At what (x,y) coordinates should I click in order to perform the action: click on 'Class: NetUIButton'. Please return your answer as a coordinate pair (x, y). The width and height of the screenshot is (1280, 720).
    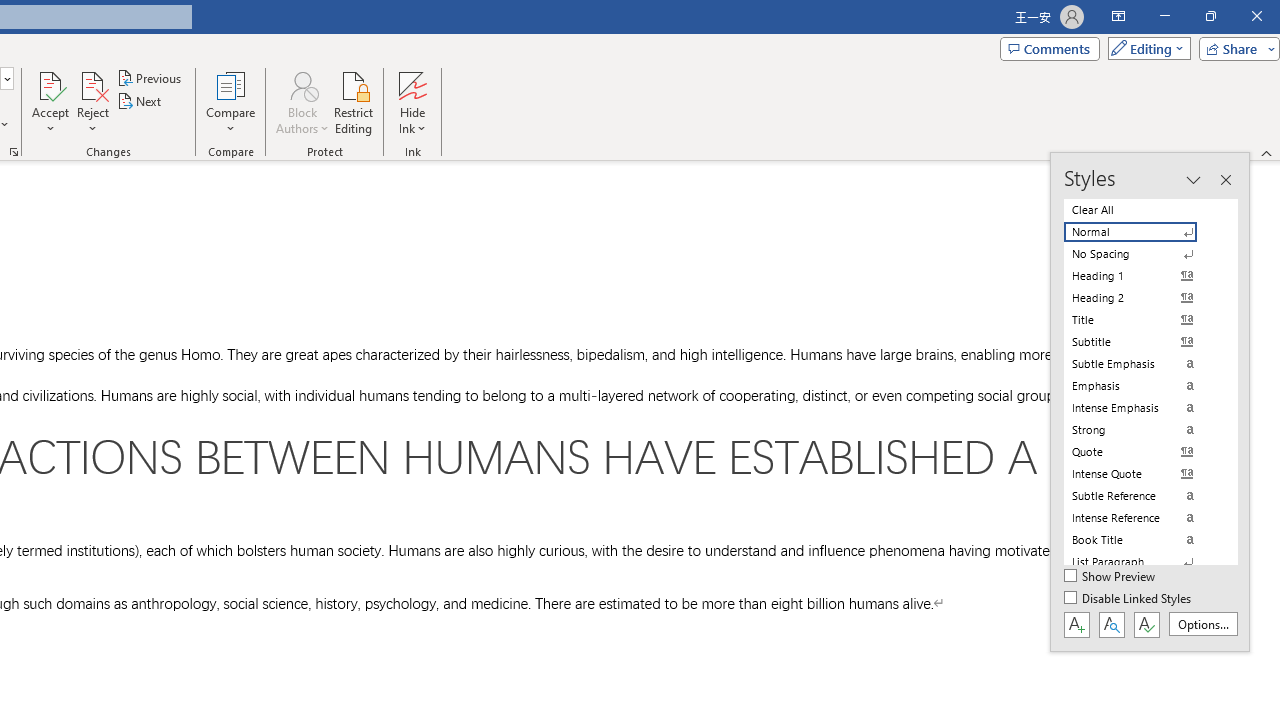
    Looking at the image, I should click on (1146, 623).